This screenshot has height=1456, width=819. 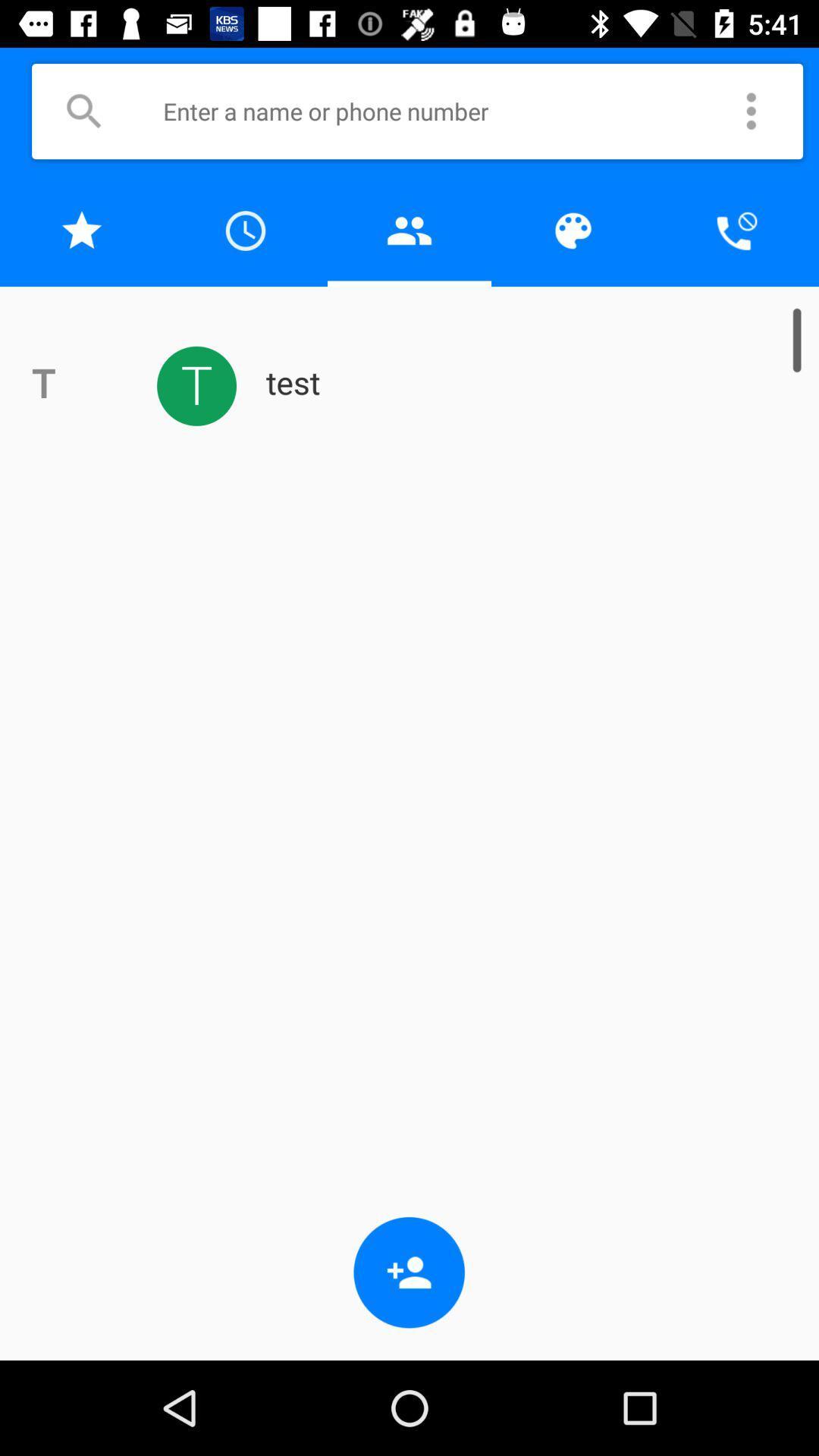 I want to click on search, so click(x=83, y=111).